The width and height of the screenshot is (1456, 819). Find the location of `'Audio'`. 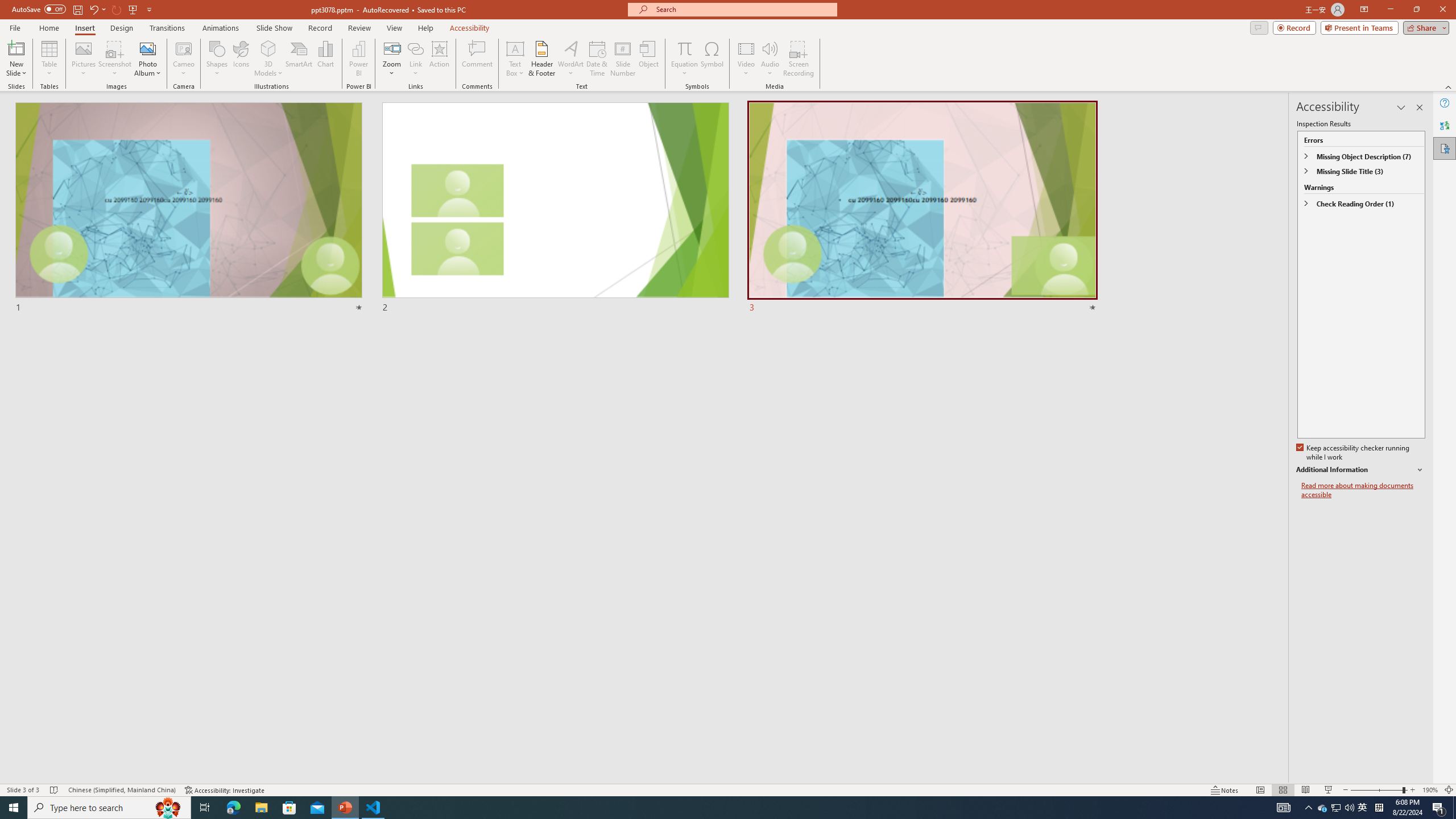

'Audio' is located at coordinates (770, 59).